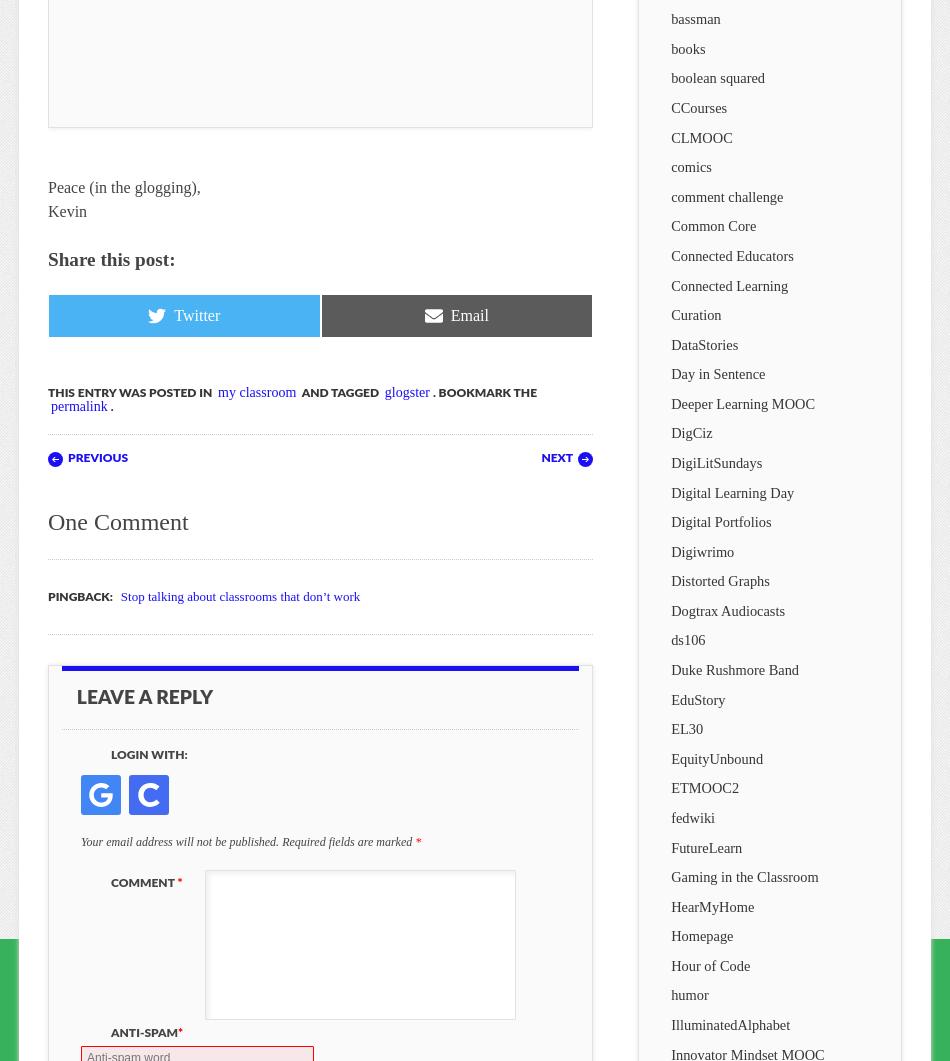  Describe the element at coordinates (687, 638) in the screenshot. I see `'ds106'` at that location.